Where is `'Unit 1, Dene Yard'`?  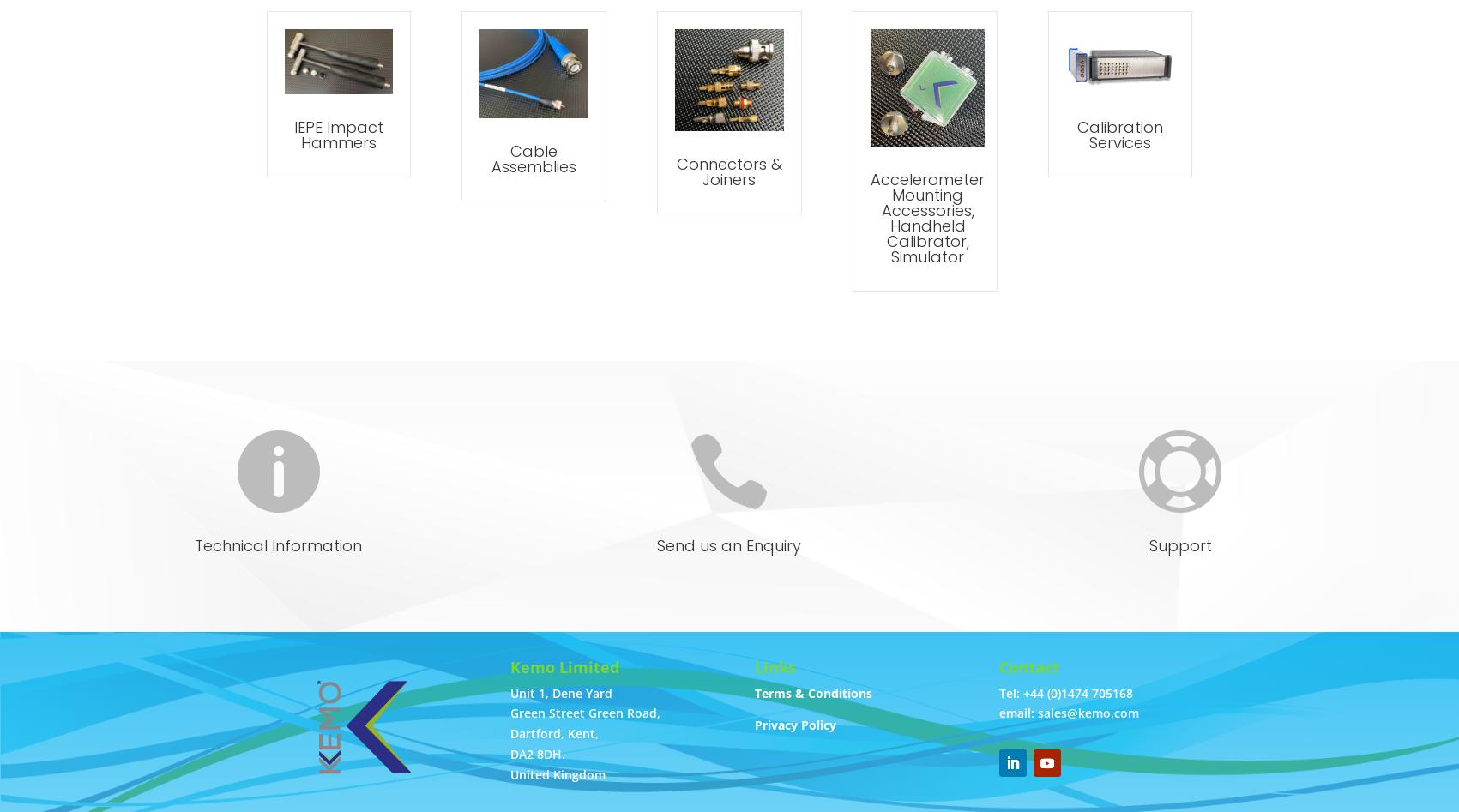
'Unit 1, Dene Yard' is located at coordinates (560, 692).